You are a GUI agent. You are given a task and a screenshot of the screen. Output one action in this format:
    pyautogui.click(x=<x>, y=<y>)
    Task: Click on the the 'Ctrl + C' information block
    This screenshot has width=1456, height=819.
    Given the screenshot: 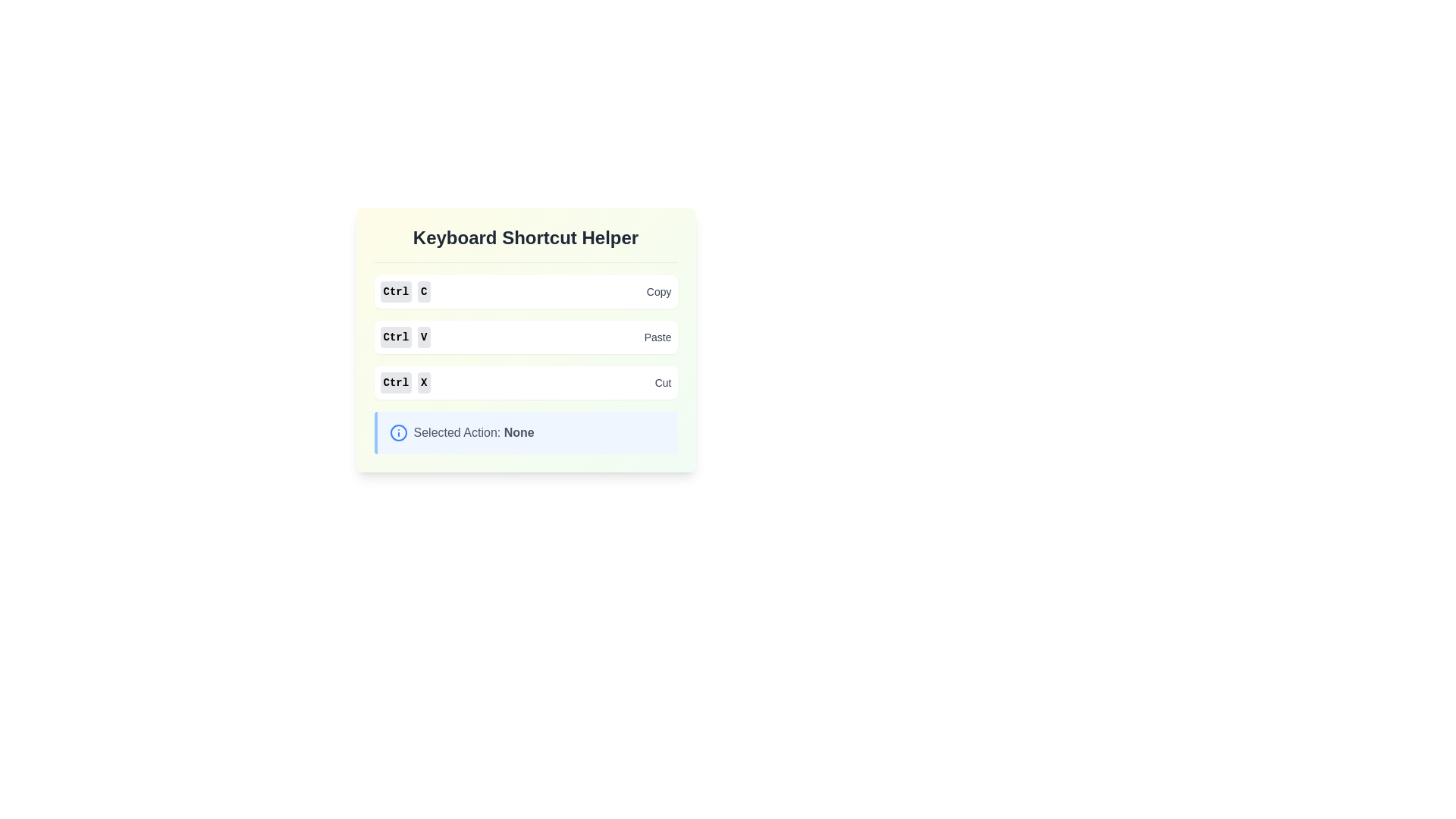 What is the action you would take?
    pyautogui.click(x=526, y=292)
    